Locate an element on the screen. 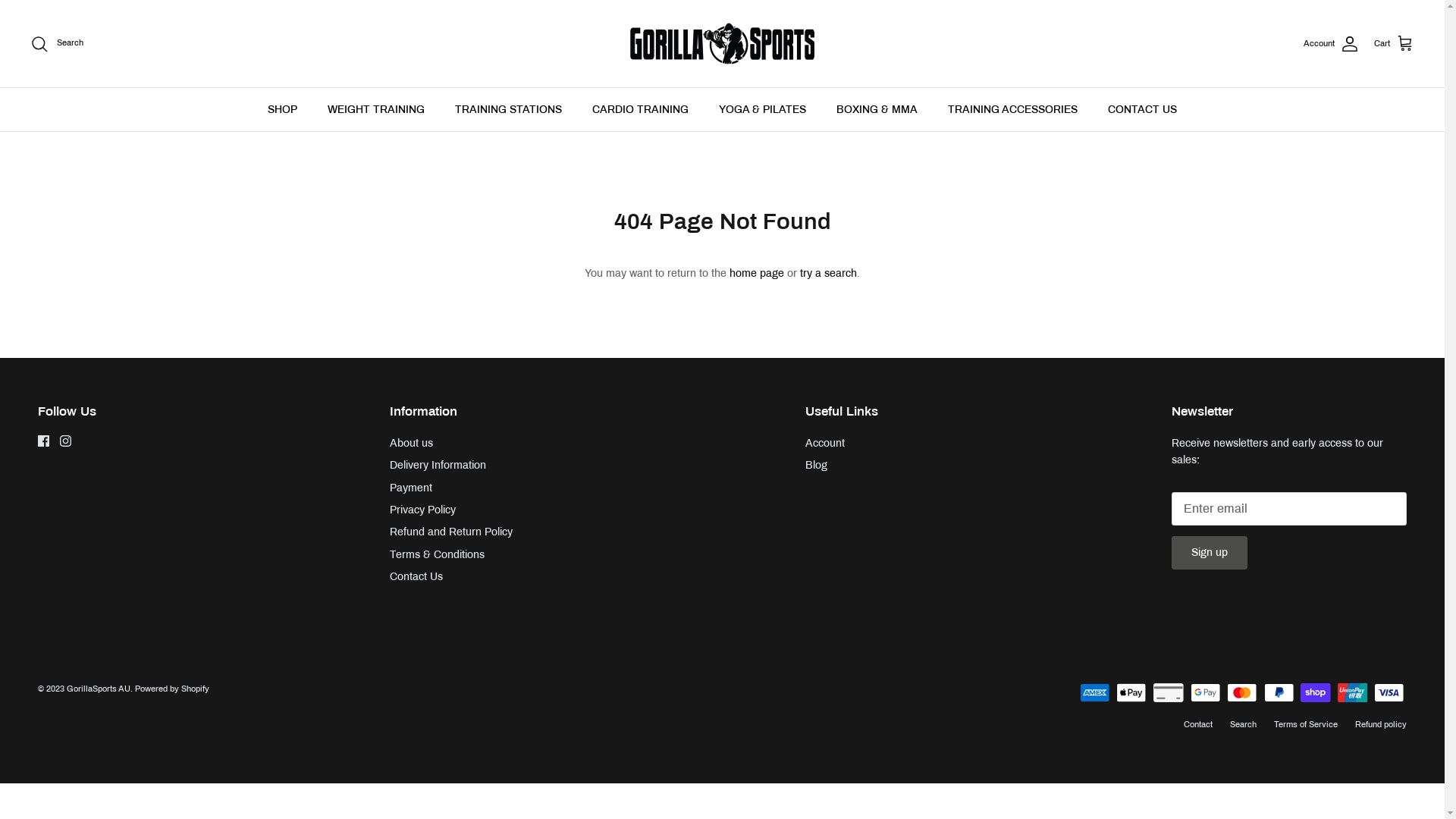 The width and height of the screenshot is (1456, 819). 'Blog' is located at coordinates (815, 464).